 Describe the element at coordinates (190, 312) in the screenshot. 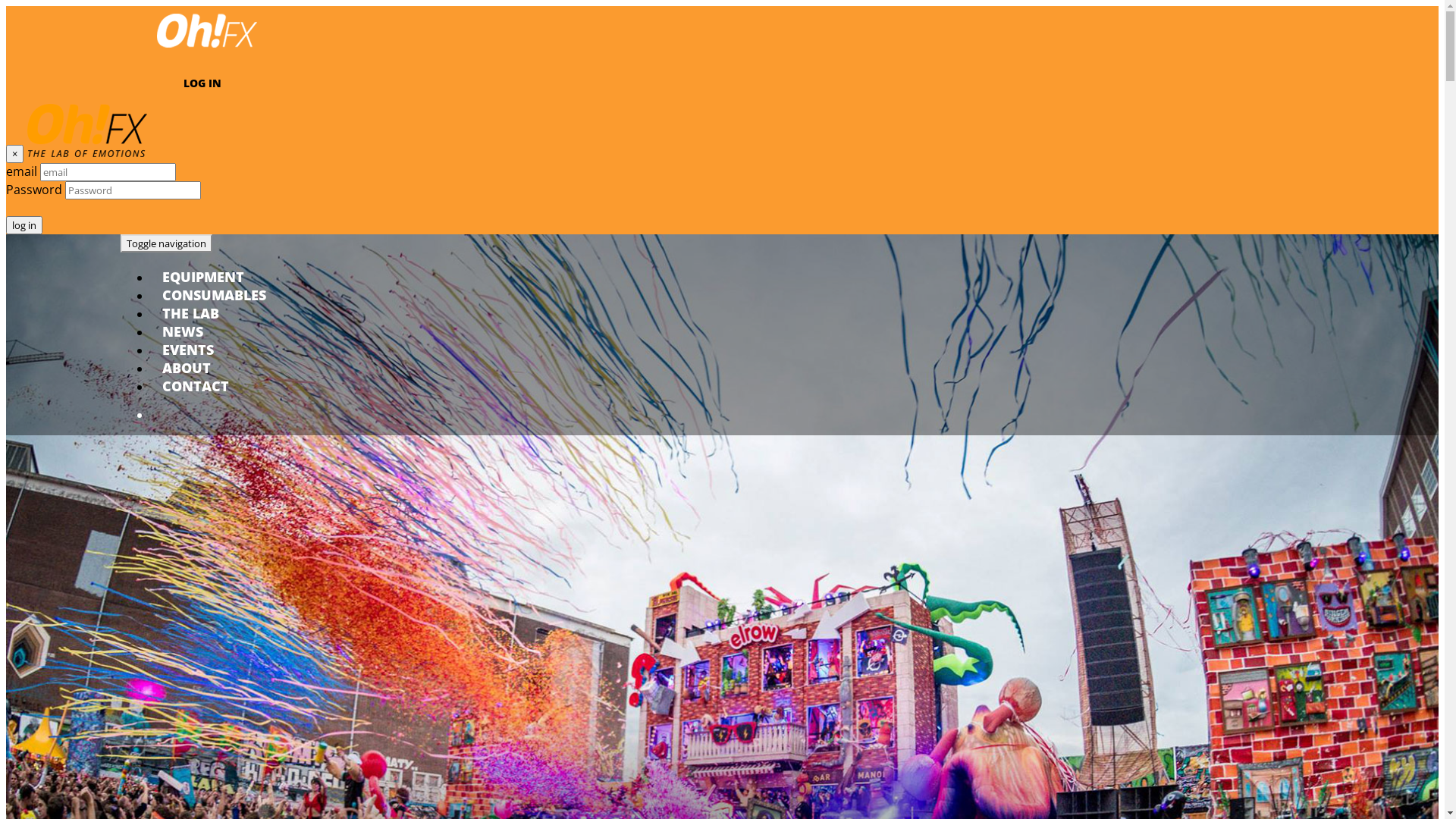

I see `'THE LAB'` at that location.